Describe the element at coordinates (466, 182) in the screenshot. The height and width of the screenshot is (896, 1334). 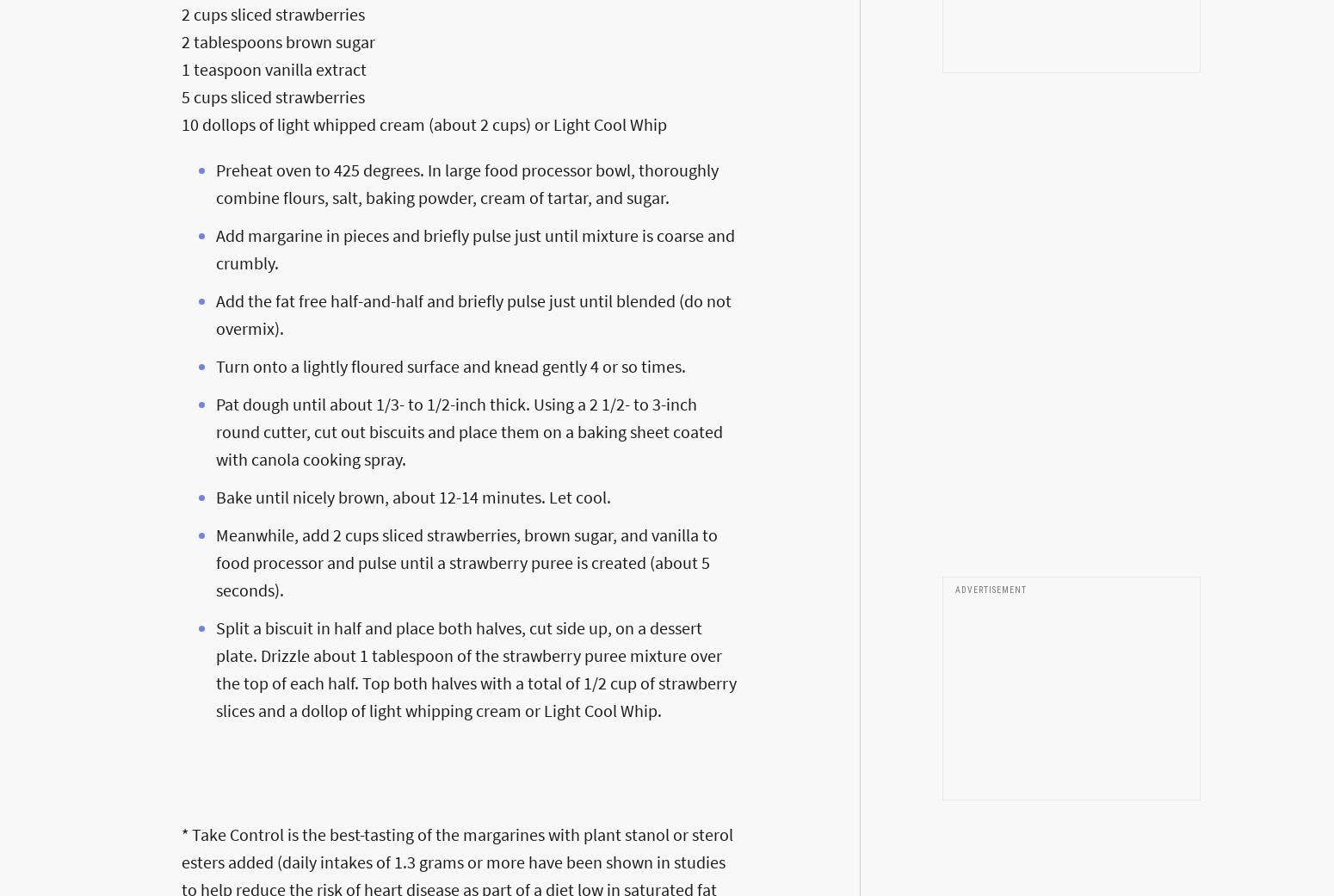
I see `'Preheat oven to 425 degrees. In large food processor bowl, thoroughly combine flours, salt, baking powder, cream of tartar, and sugar.'` at that location.